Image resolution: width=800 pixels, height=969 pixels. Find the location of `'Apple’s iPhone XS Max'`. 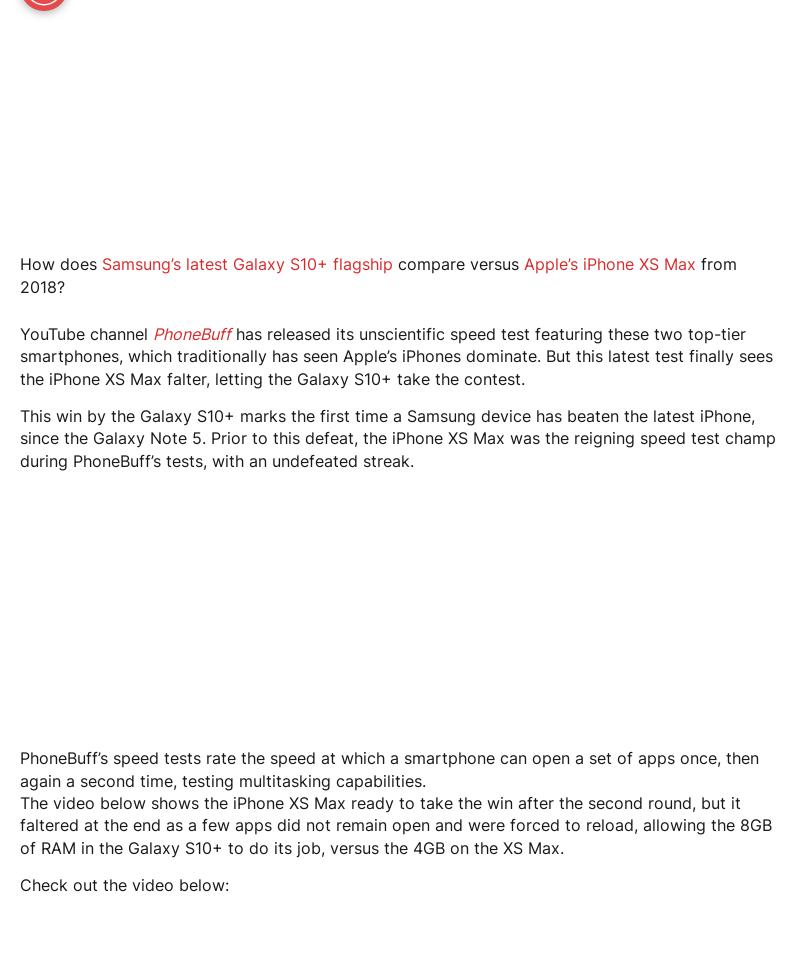

'Apple’s iPhone XS Max' is located at coordinates (610, 262).